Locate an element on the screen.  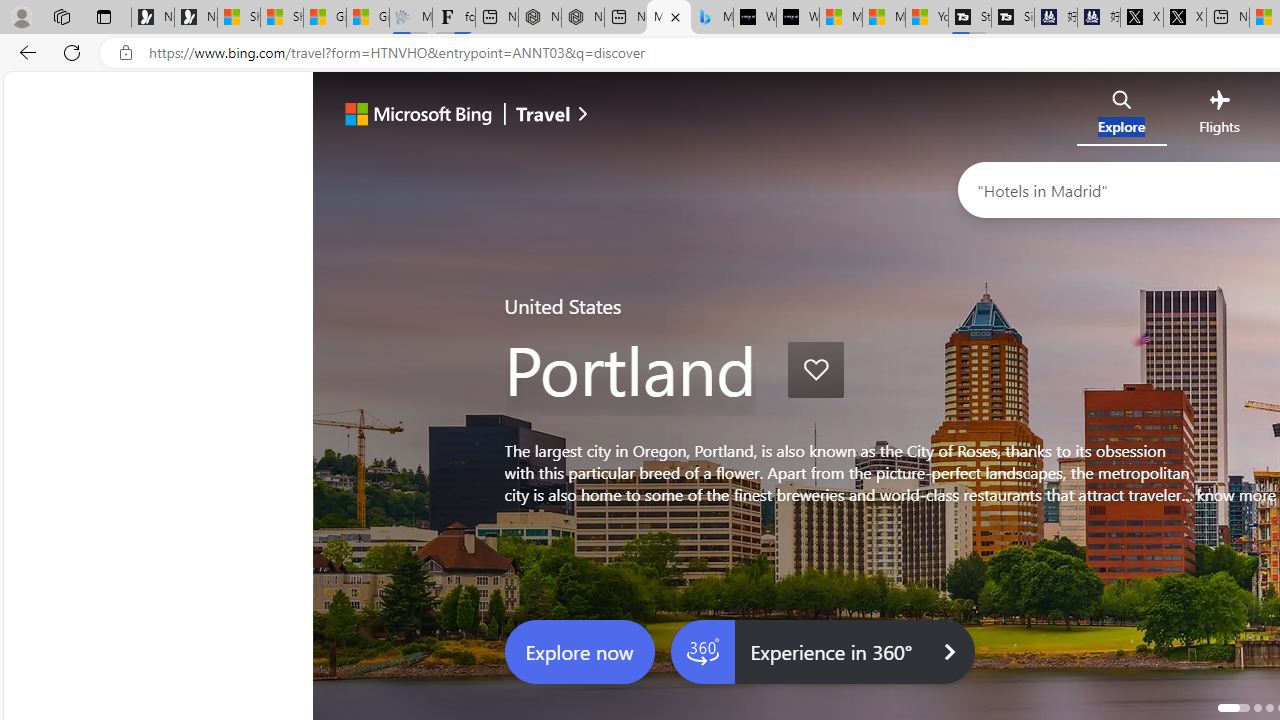
'Gilma and Hector both pose tropical trouble for Hawaii' is located at coordinates (368, 17).